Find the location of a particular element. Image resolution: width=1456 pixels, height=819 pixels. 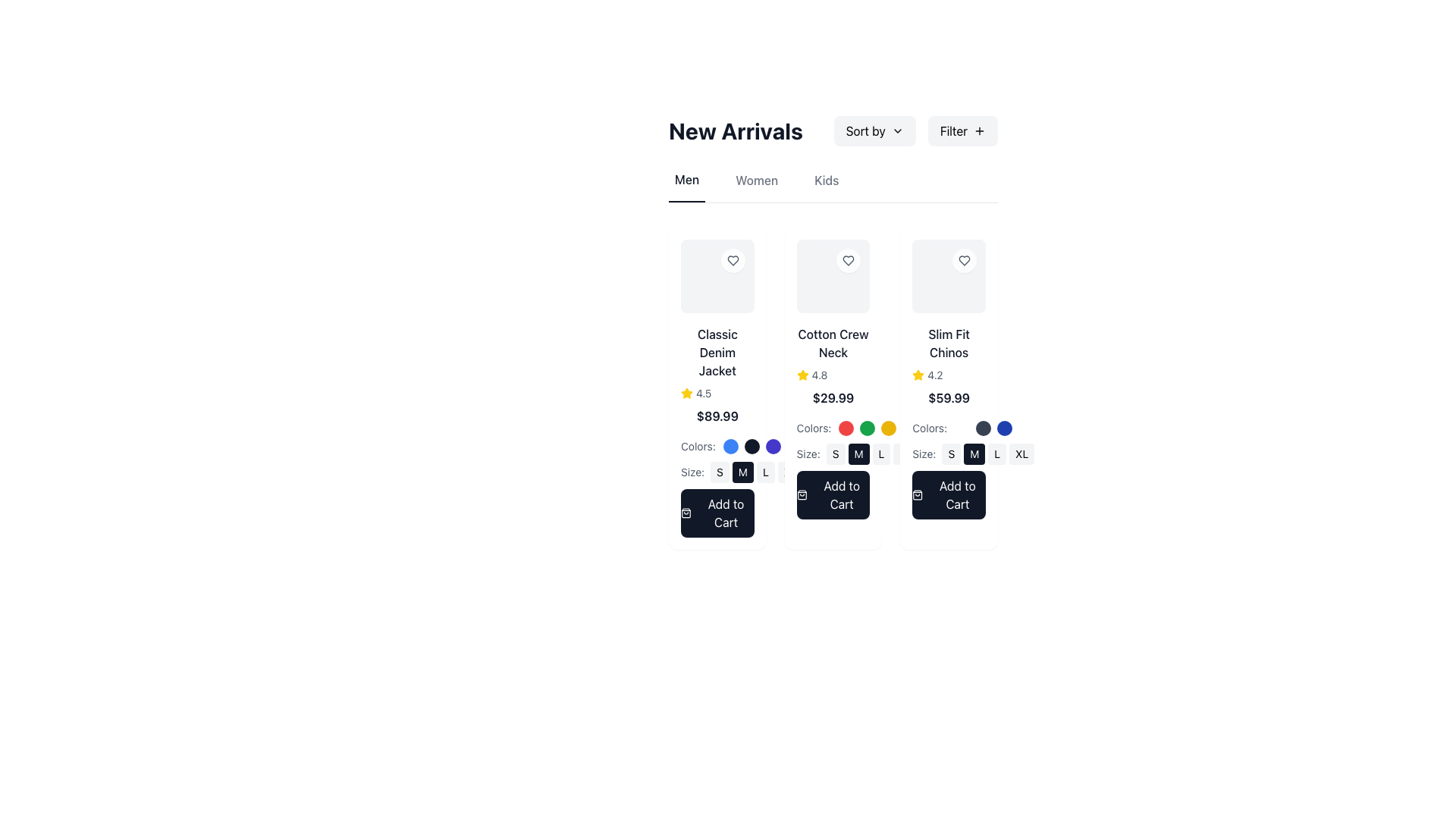

the heart icon button representing the favorite or like action for the 'Cotton Crew Neck' product is located at coordinates (848, 259).